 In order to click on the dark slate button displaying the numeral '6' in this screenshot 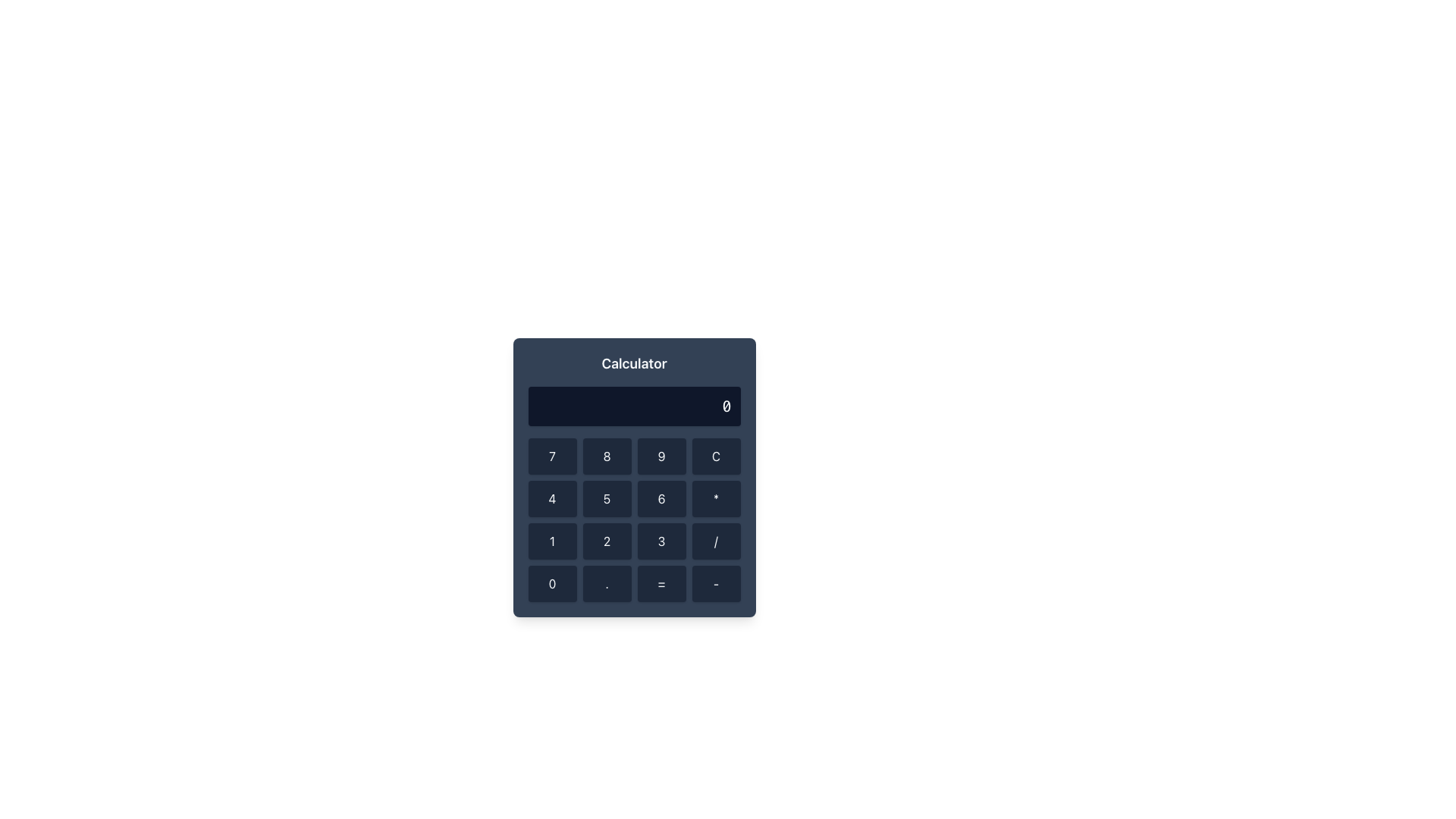, I will do `click(661, 499)`.